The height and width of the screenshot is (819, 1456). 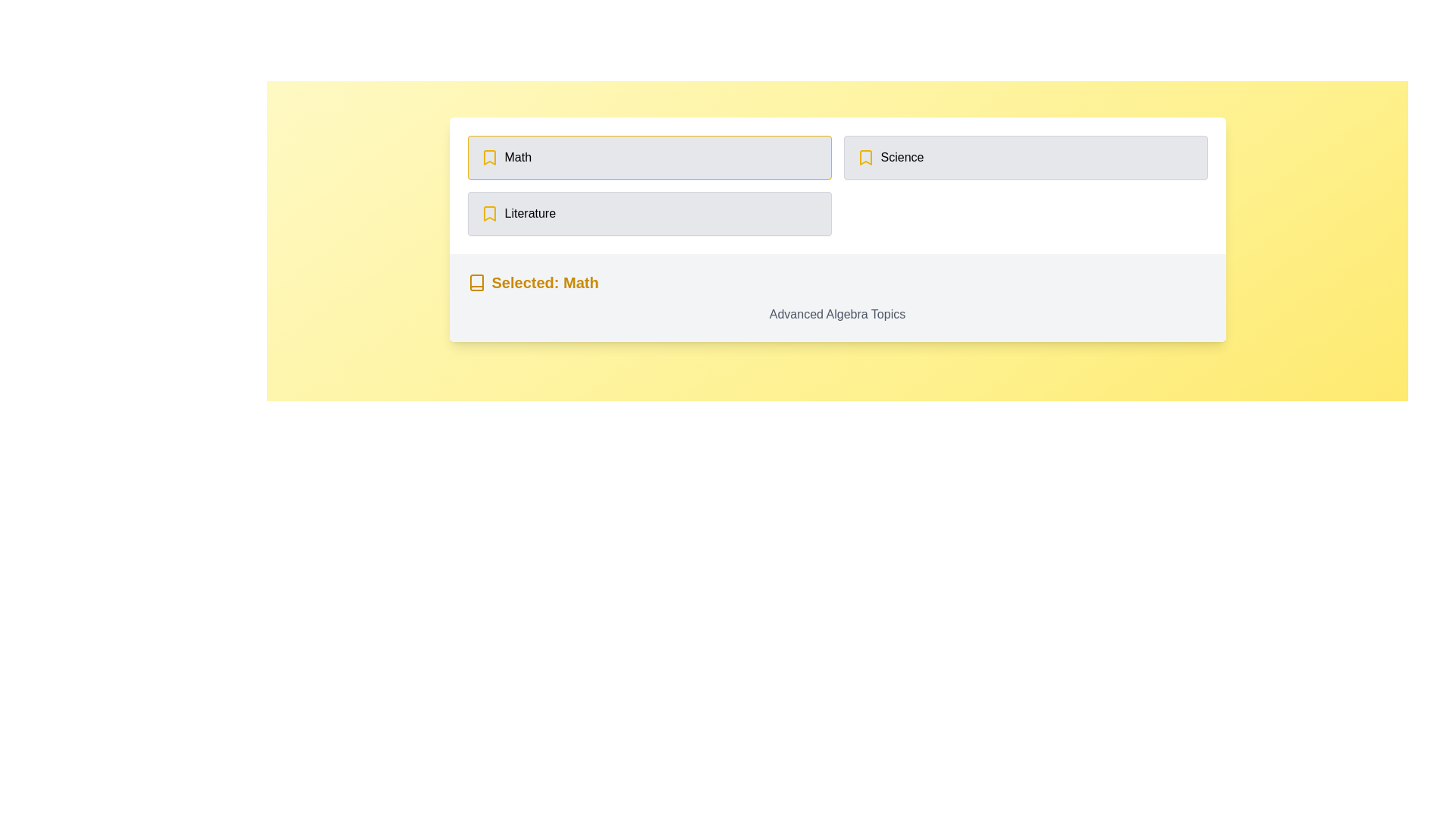 I want to click on the unique yellow bookmark icon that indicates the selection of the 'Math' subject, located to the left of the 'Math' label in the subject tabs, so click(x=865, y=158).